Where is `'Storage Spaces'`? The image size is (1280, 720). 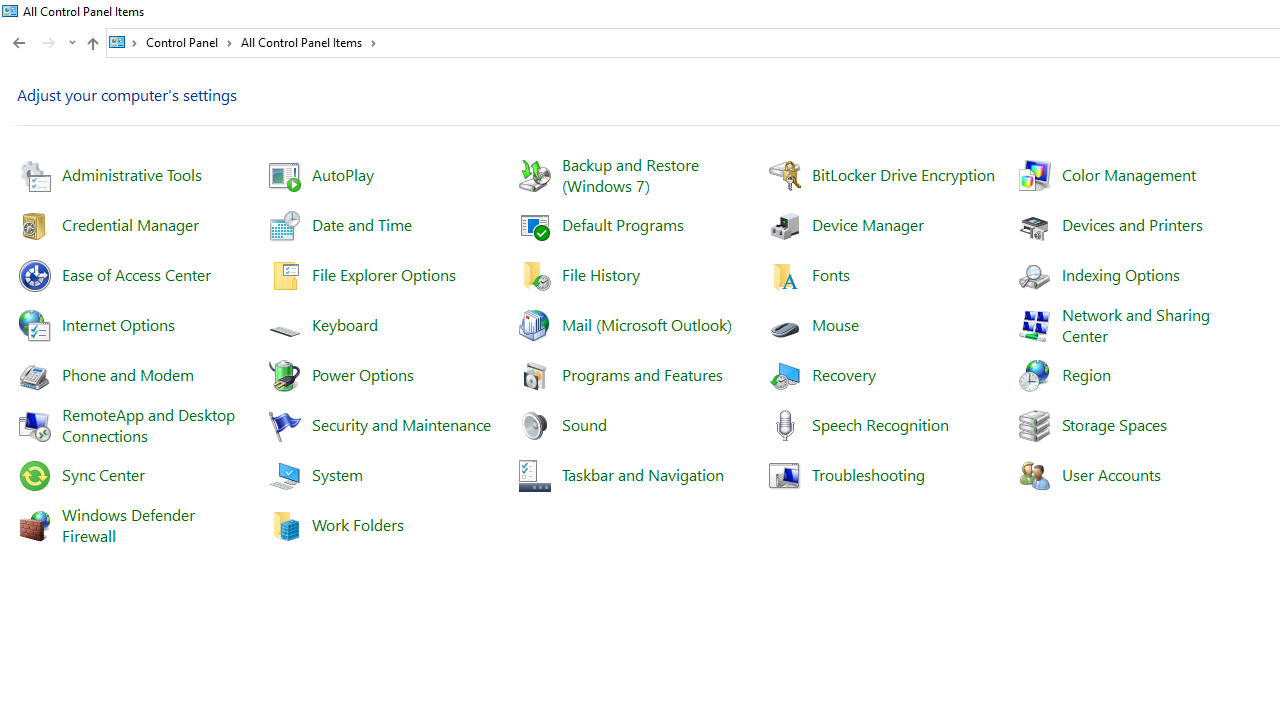 'Storage Spaces' is located at coordinates (1113, 423).